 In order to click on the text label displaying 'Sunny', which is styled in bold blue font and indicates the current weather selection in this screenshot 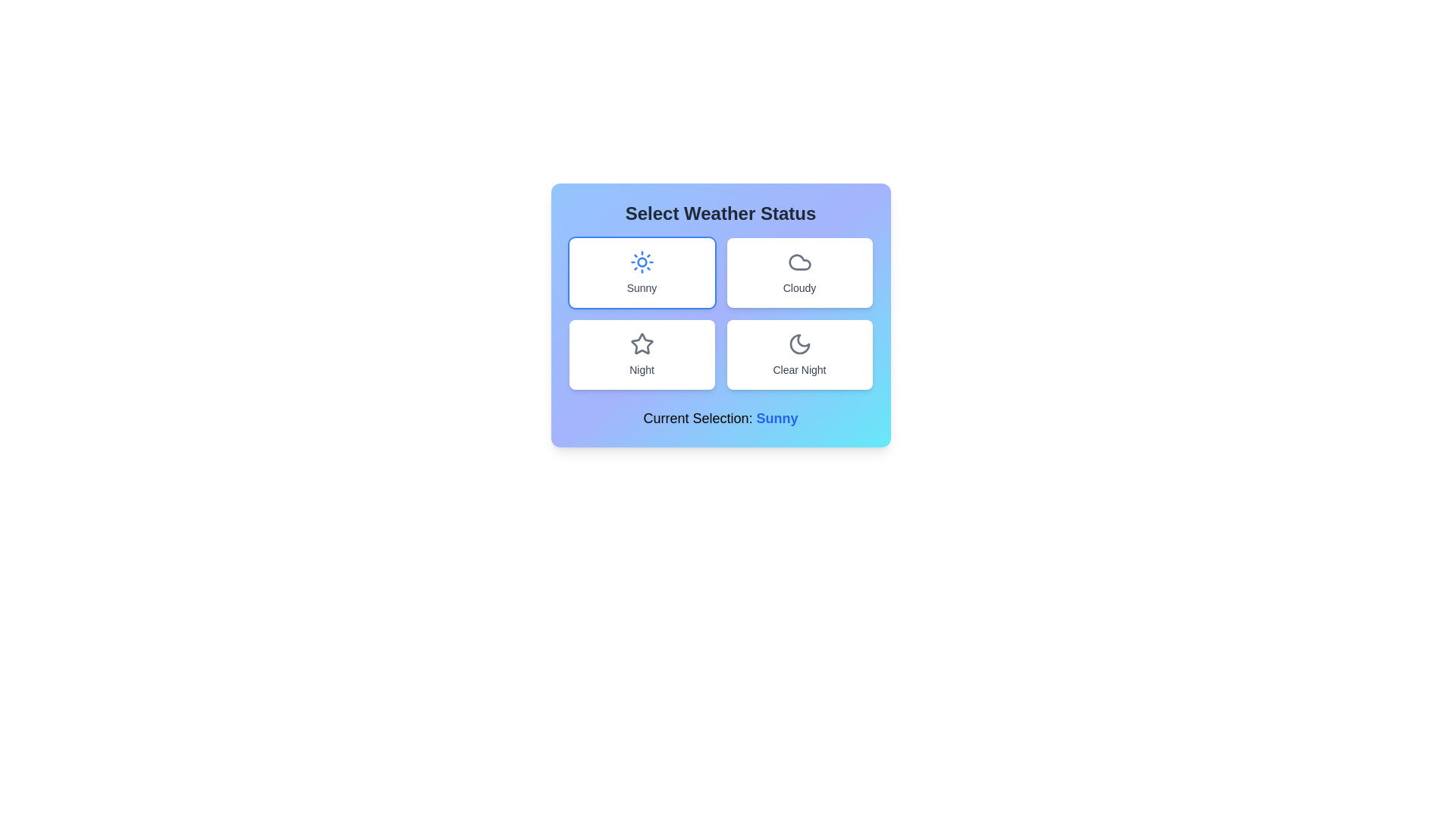, I will do `click(777, 418)`.